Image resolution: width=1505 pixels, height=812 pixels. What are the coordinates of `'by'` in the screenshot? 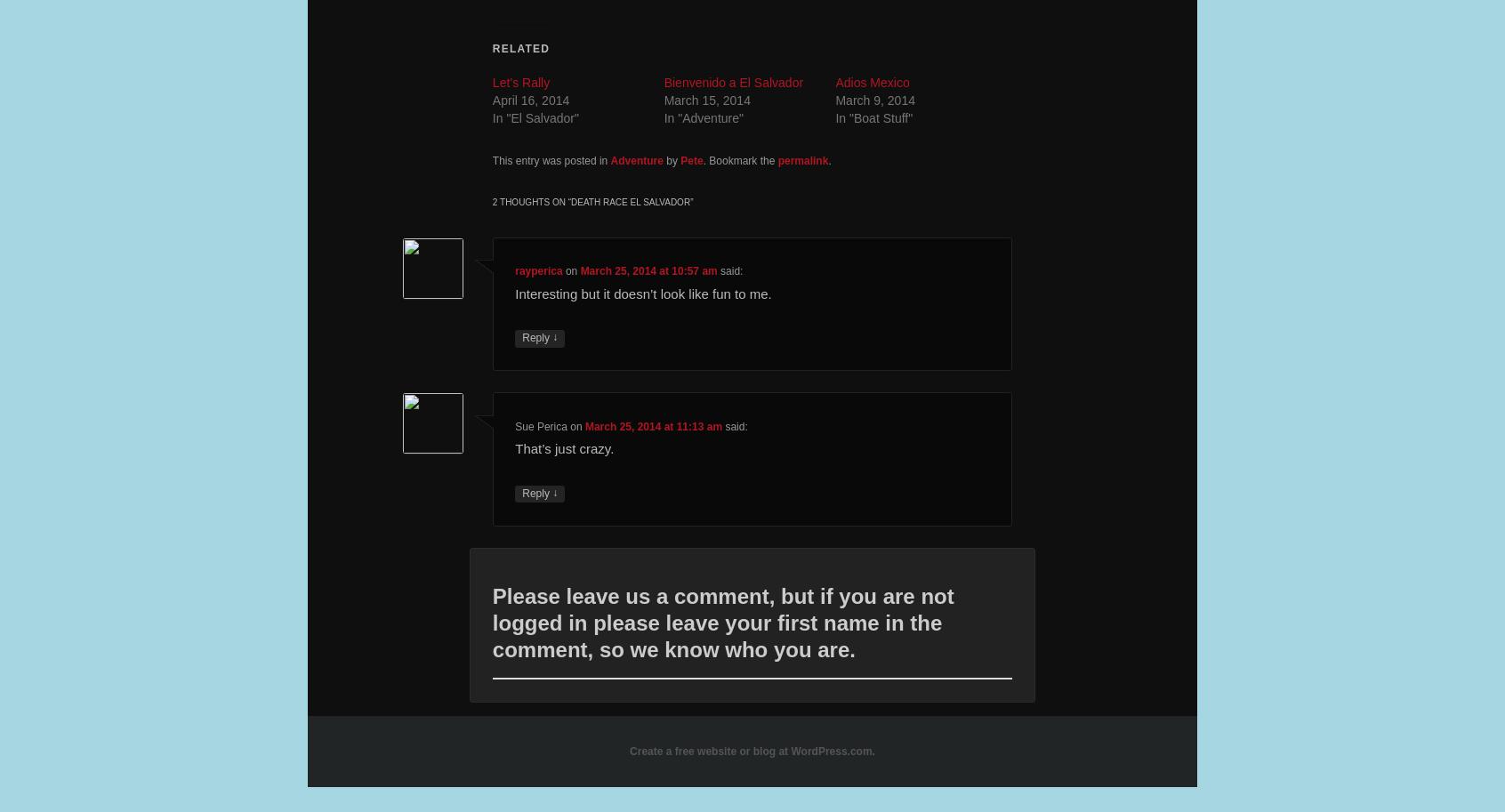 It's located at (670, 160).